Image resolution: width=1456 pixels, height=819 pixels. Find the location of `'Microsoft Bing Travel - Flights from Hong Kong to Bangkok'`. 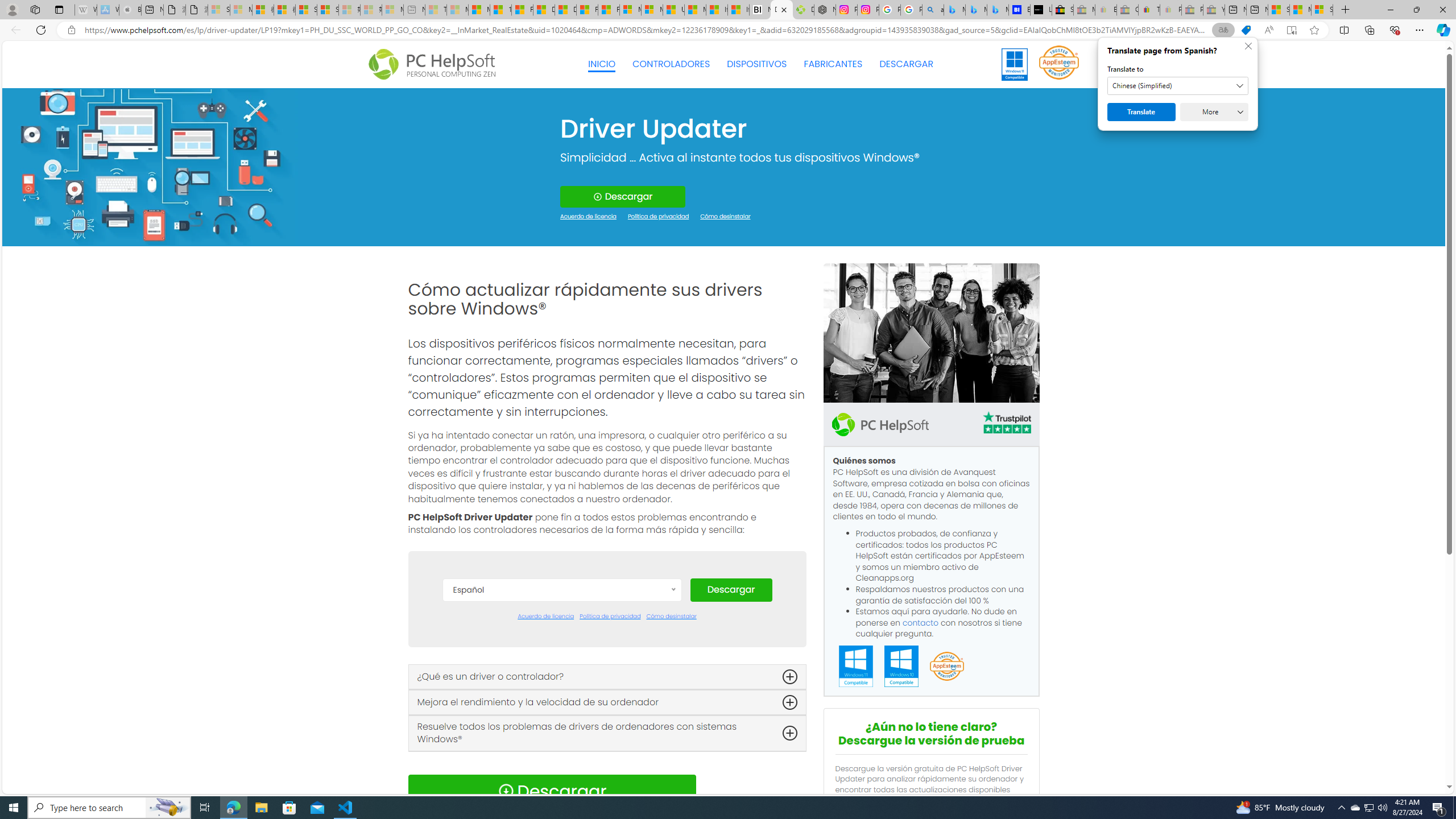

'Microsoft Bing Travel - Flights from Hong Kong to Bangkok' is located at coordinates (954, 9).